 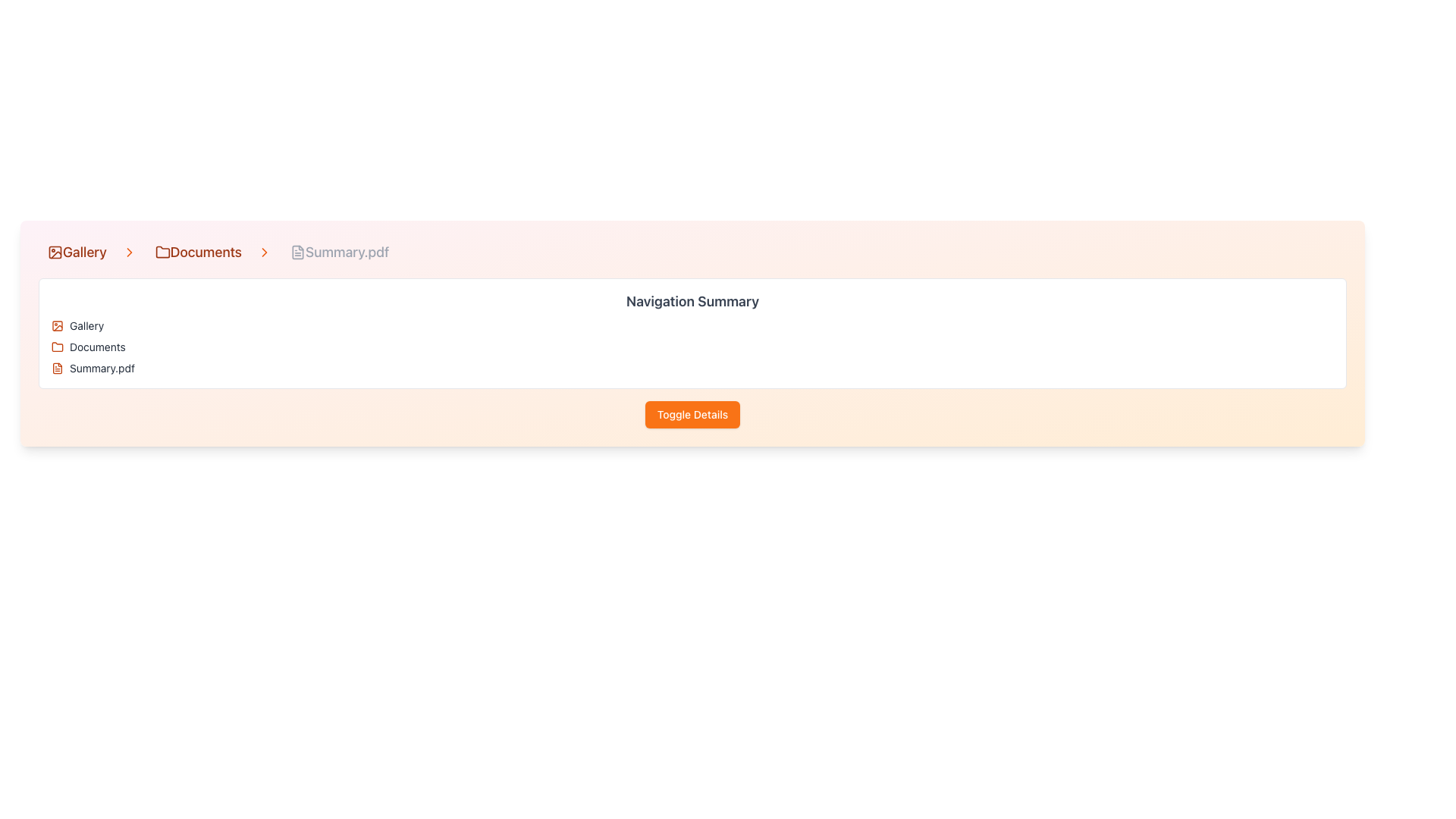 What do you see at coordinates (197, 251) in the screenshot?
I see `the 'Documents' hyperlink, which is styled in large medium-weight orange font and located in the breadcrumb navigation bar between 'Gallery' and 'Summary.pdf'` at bounding box center [197, 251].